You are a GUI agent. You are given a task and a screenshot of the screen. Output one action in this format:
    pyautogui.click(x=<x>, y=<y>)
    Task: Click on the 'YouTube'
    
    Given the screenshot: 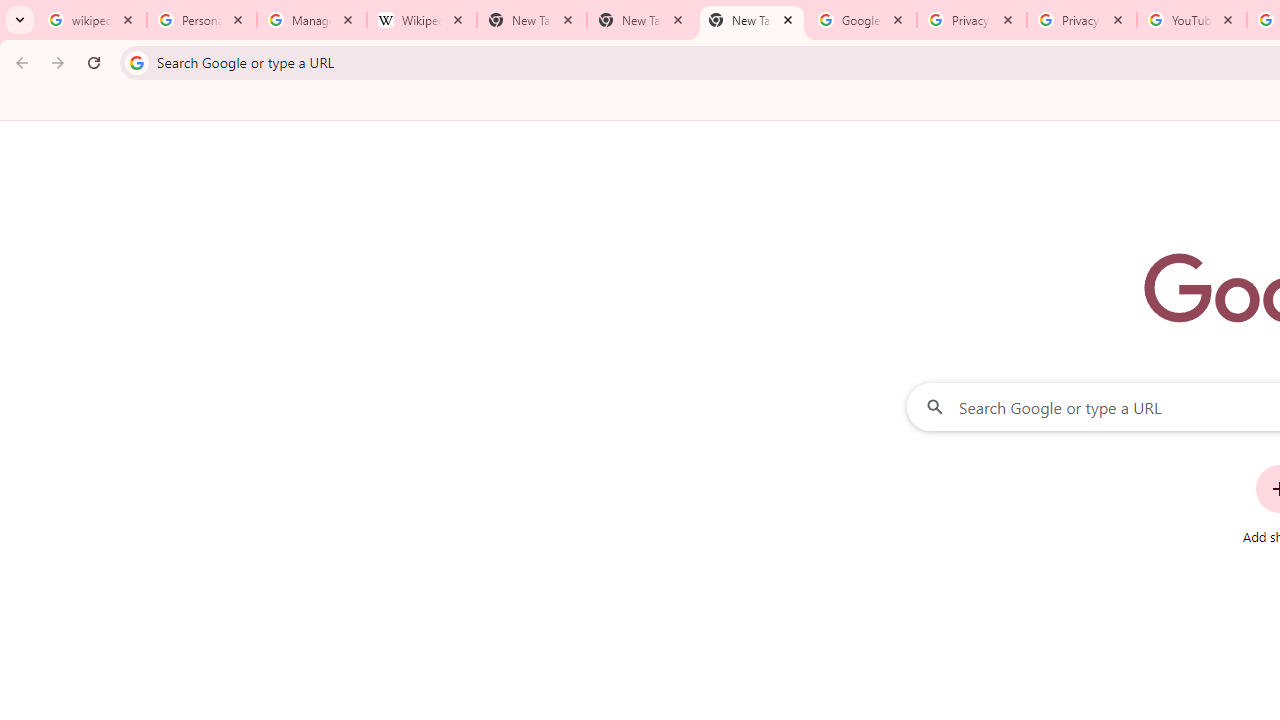 What is the action you would take?
    pyautogui.click(x=1191, y=20)
    